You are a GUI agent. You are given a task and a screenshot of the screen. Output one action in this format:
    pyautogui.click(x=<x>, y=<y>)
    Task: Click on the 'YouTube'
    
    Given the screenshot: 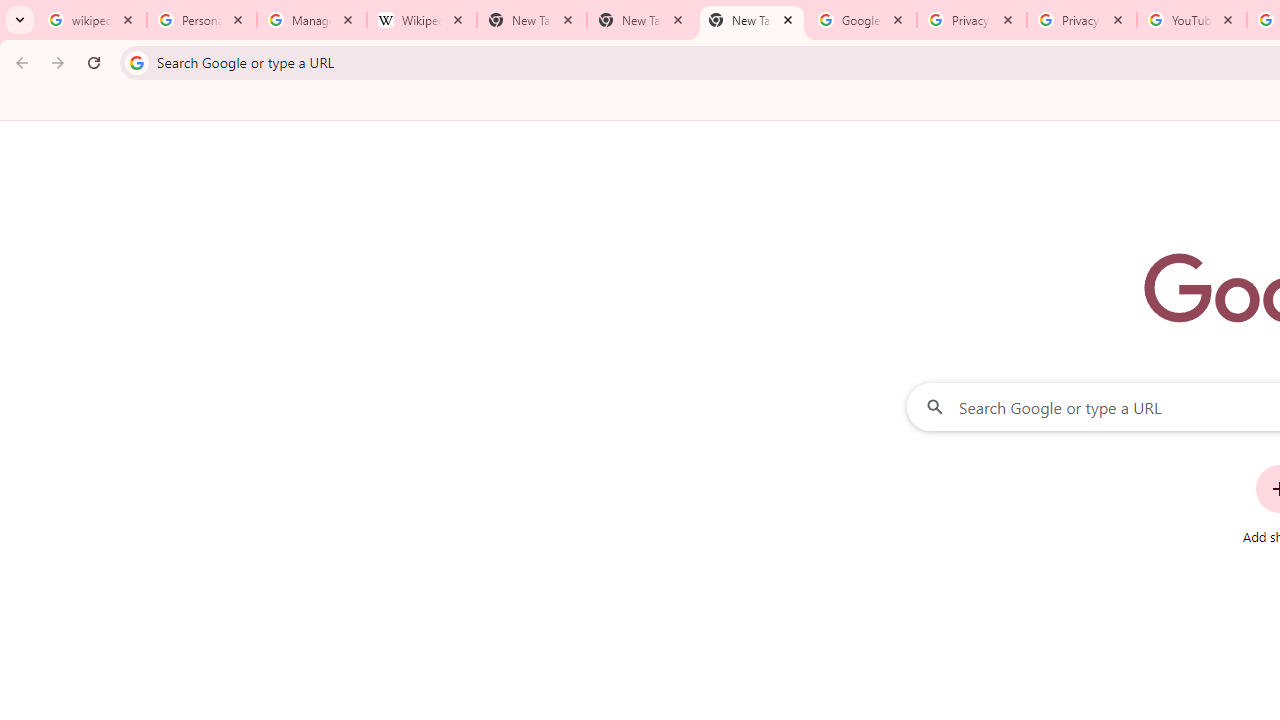 What is the action you would take?
    pyautogui.click(x=1191, y=20)
    